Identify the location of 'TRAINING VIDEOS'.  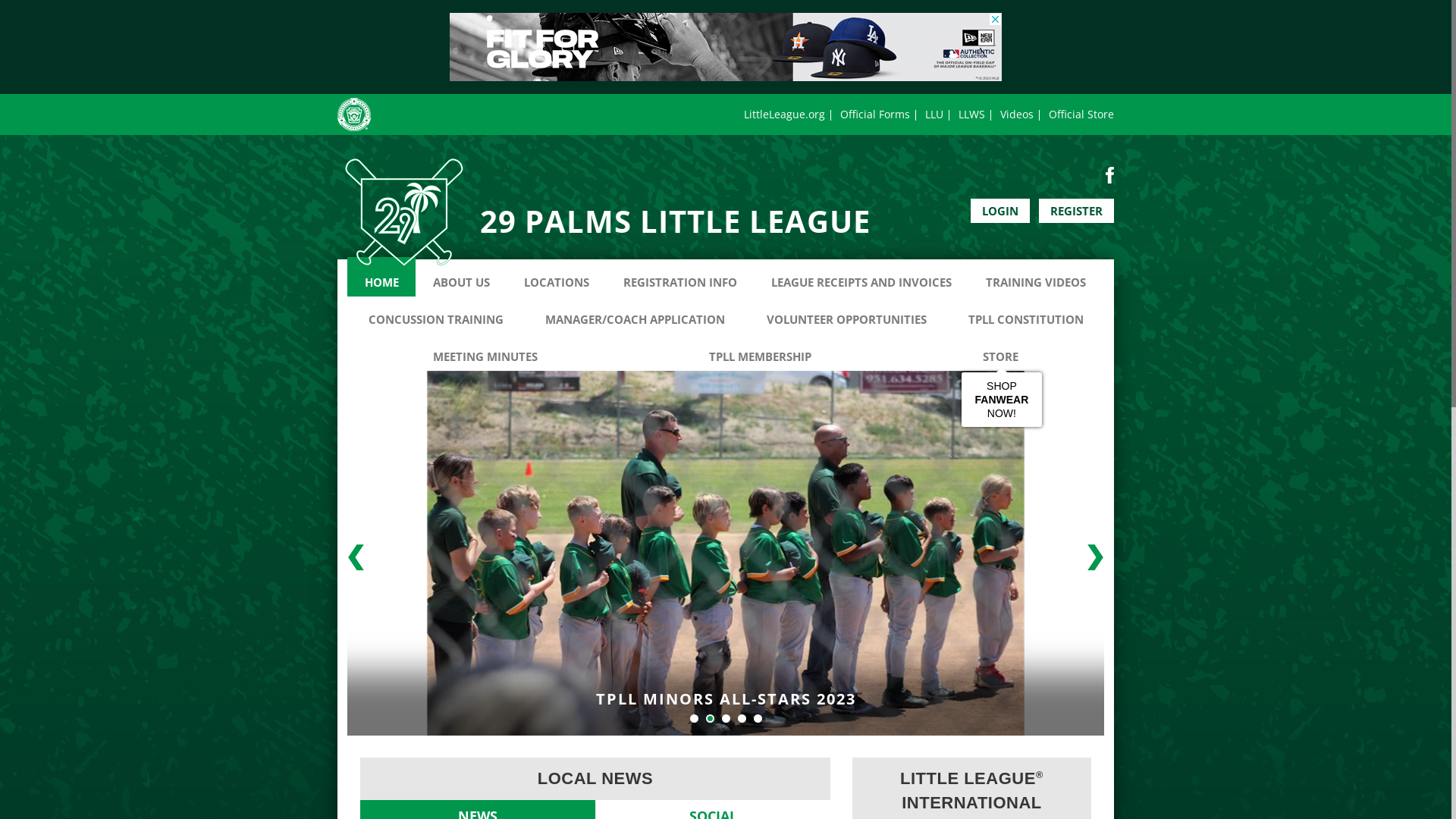
(1034, 277).